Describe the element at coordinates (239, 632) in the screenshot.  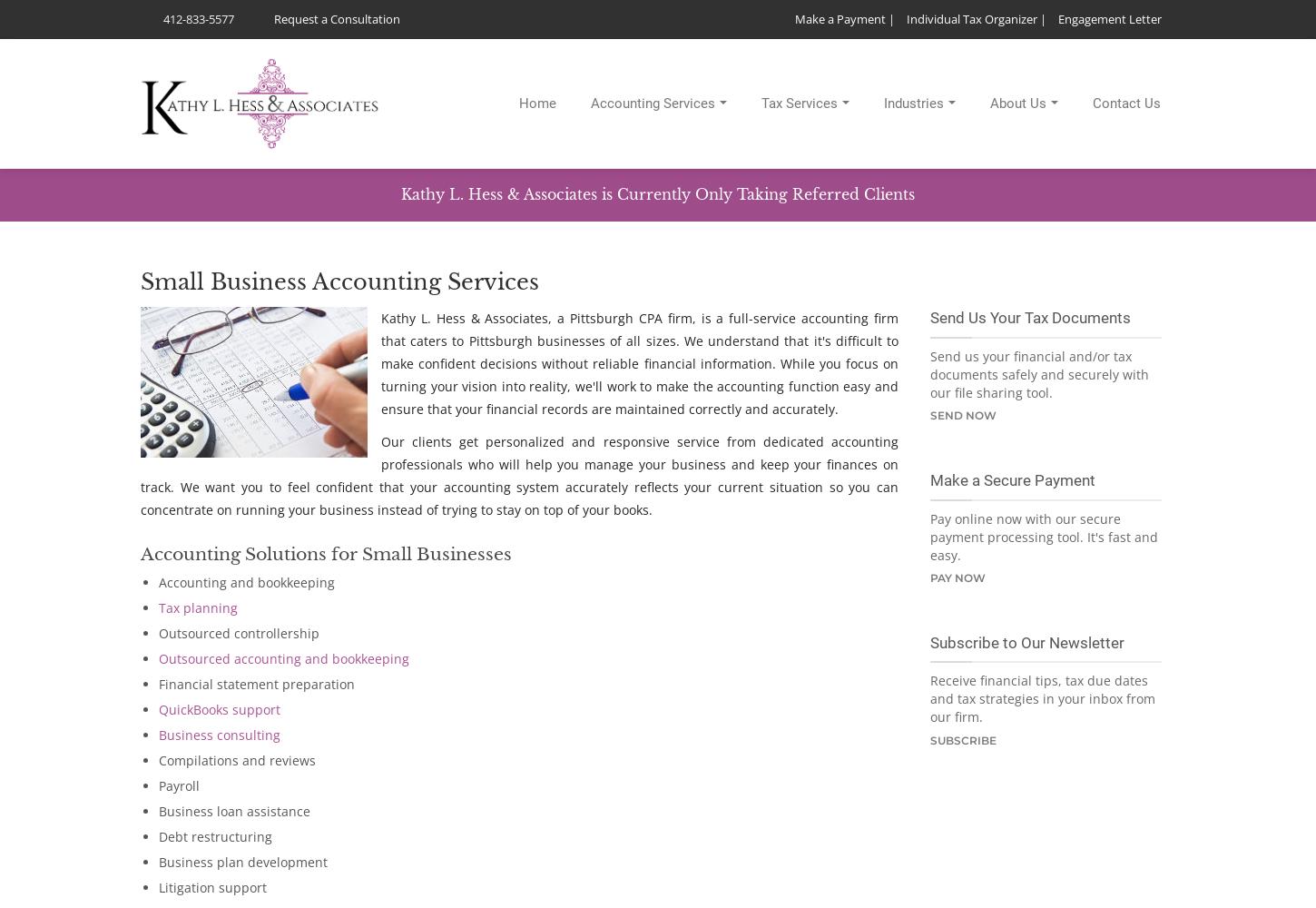
I see `'Outsourced controllership'` at that location.